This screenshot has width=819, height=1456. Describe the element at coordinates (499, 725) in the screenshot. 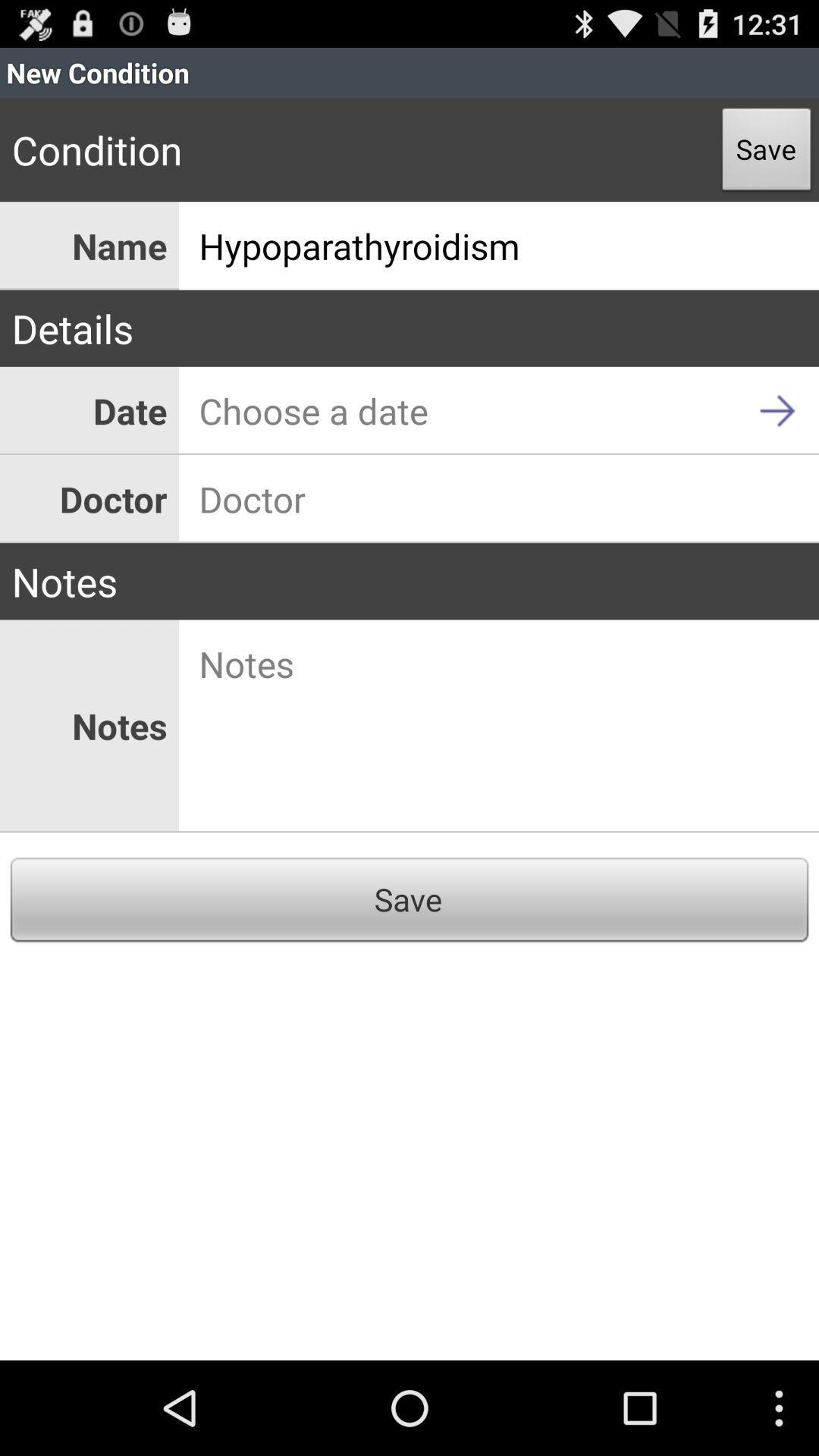

I see `notation box` at that location.